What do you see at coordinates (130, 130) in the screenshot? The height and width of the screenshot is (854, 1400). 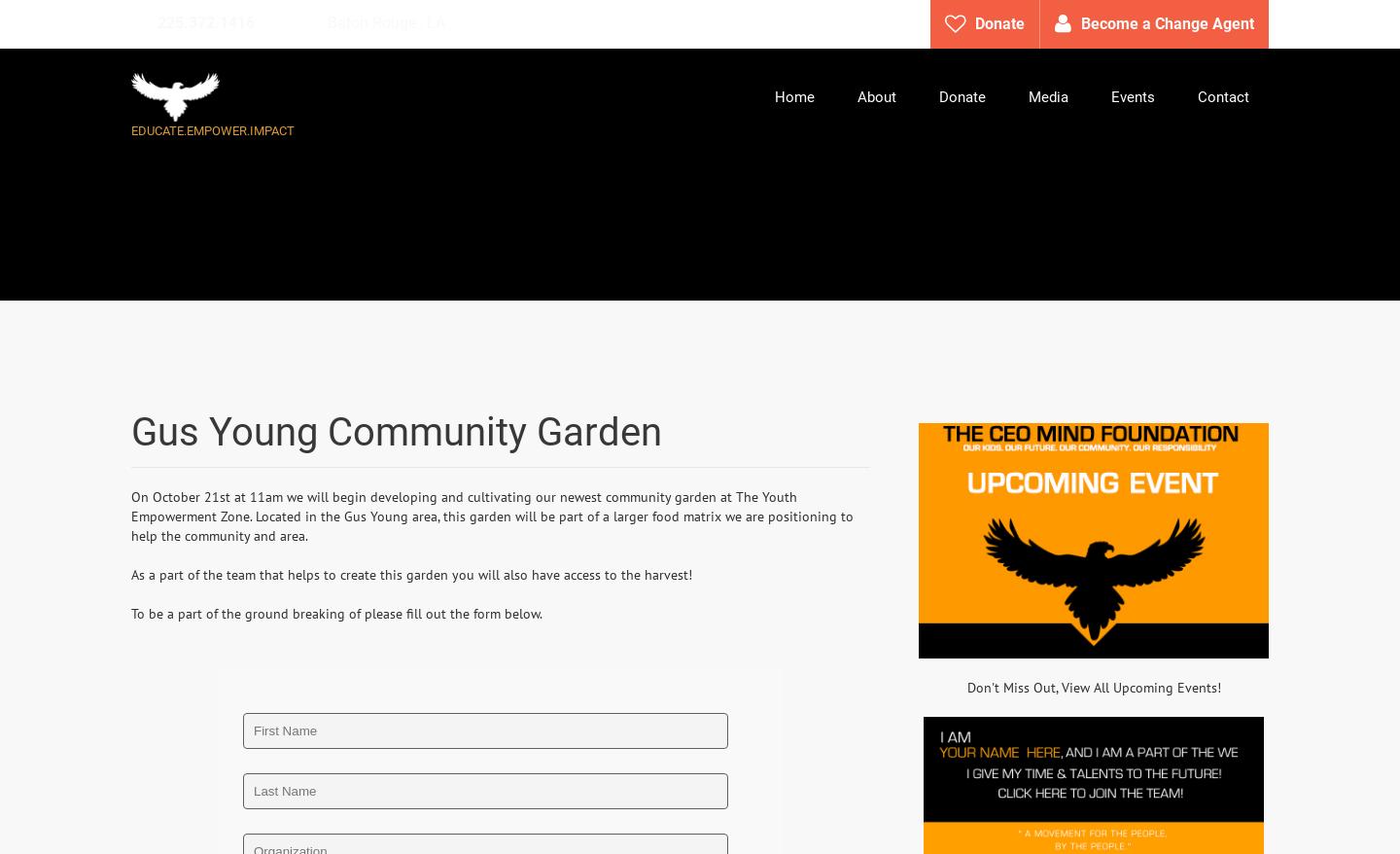 I see `'EDUCATE.EMPOWER.IMPACT'` at bounding box center [130, 130].